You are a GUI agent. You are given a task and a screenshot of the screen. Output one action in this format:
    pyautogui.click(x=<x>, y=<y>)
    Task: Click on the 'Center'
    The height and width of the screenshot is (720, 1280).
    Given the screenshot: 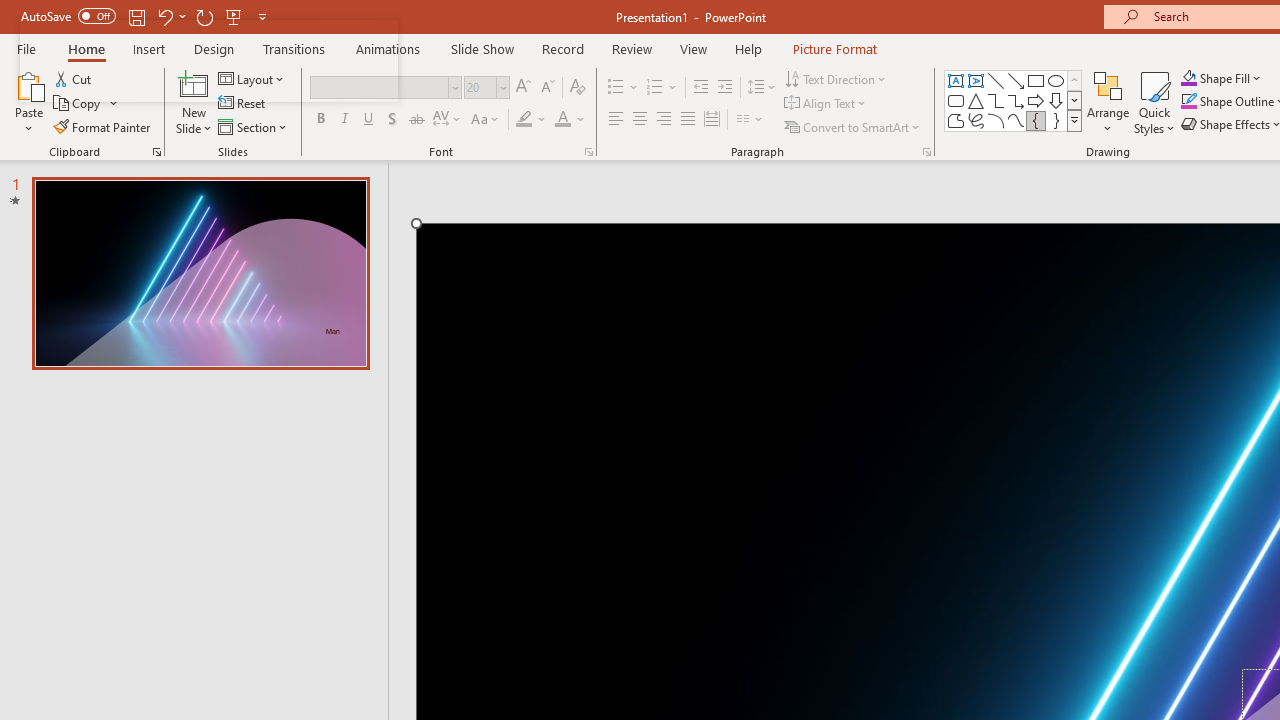 What is the action you would take?
    pyautogui.click(x=640, y=119)
    